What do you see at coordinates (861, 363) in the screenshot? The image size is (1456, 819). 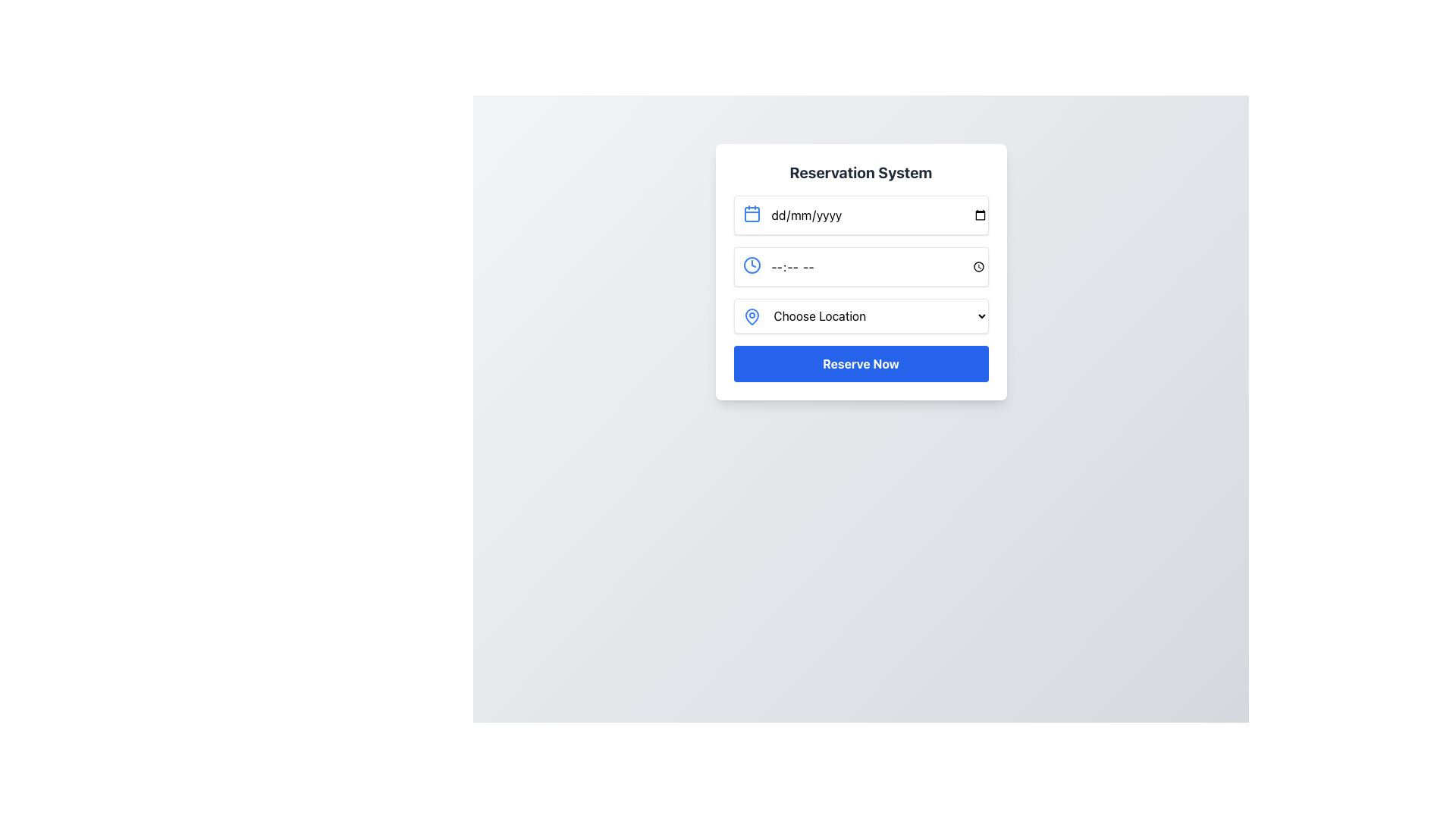 I see `the 'Reserve Now' button with a bold blue background` at bounding box center [861, 363].